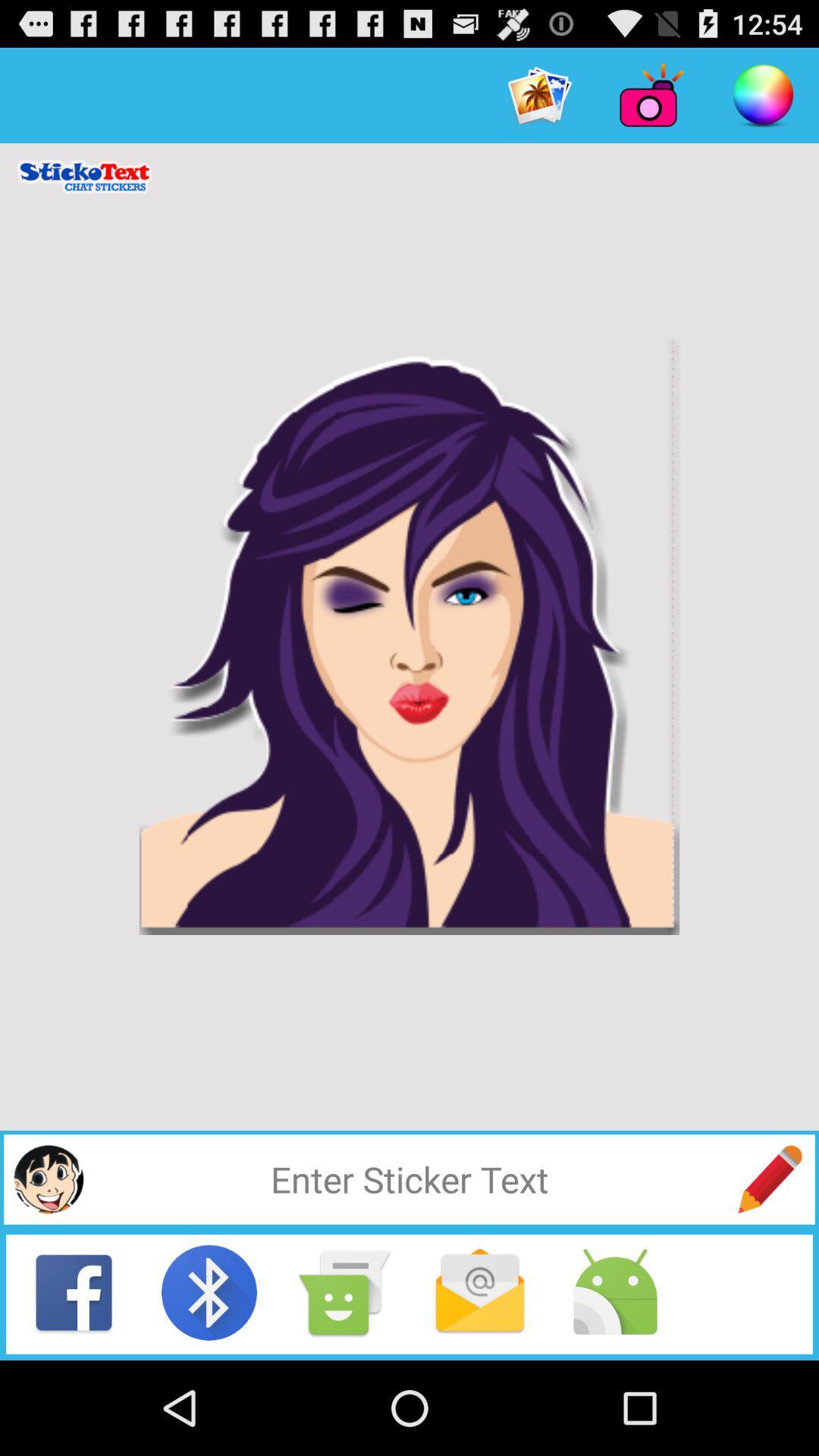 This screenshot has width=819, height=1456. I want to click on bluetooth button, so click(209, 1291).